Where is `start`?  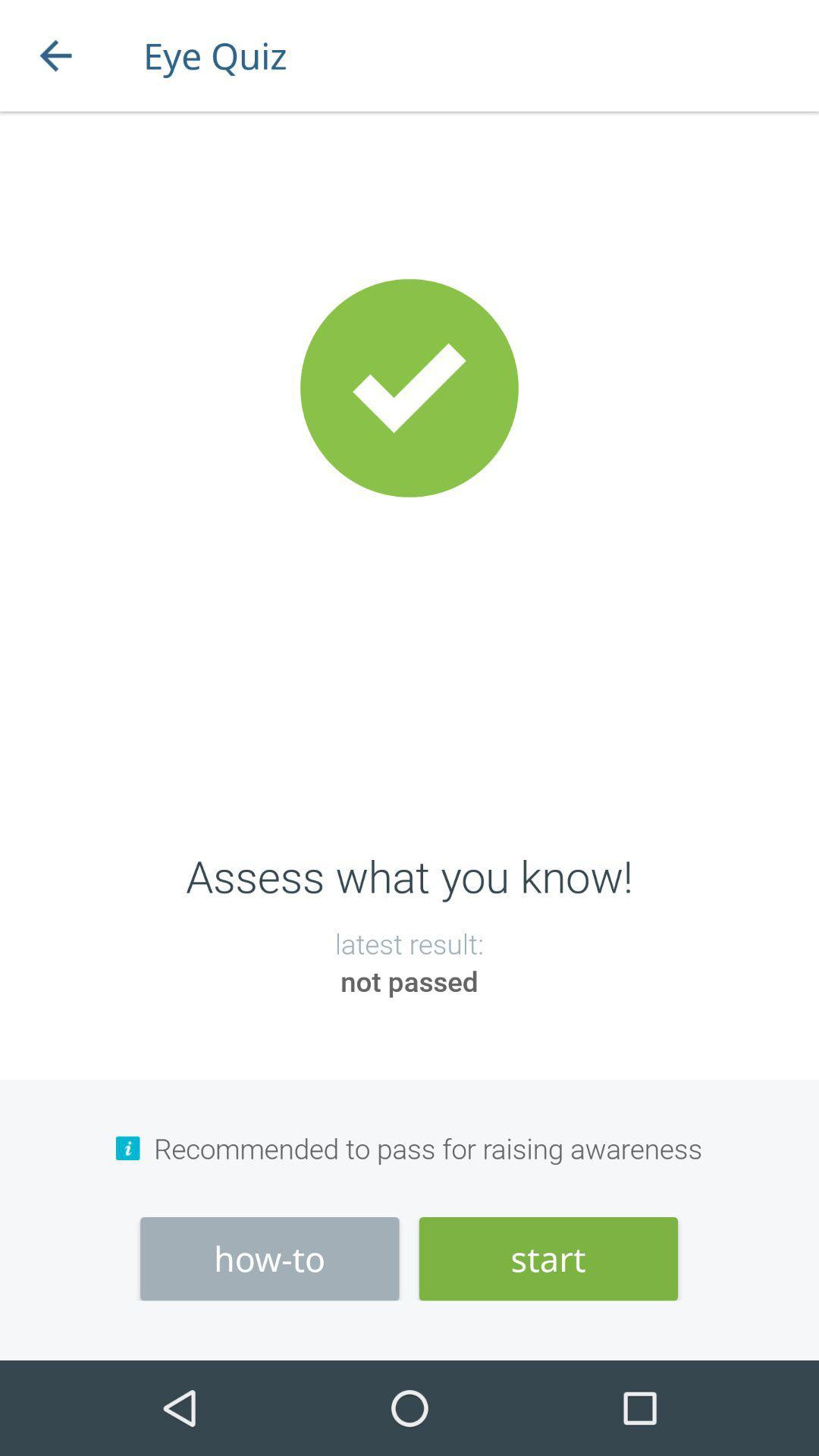 start is located at coordinates (548, 1259).